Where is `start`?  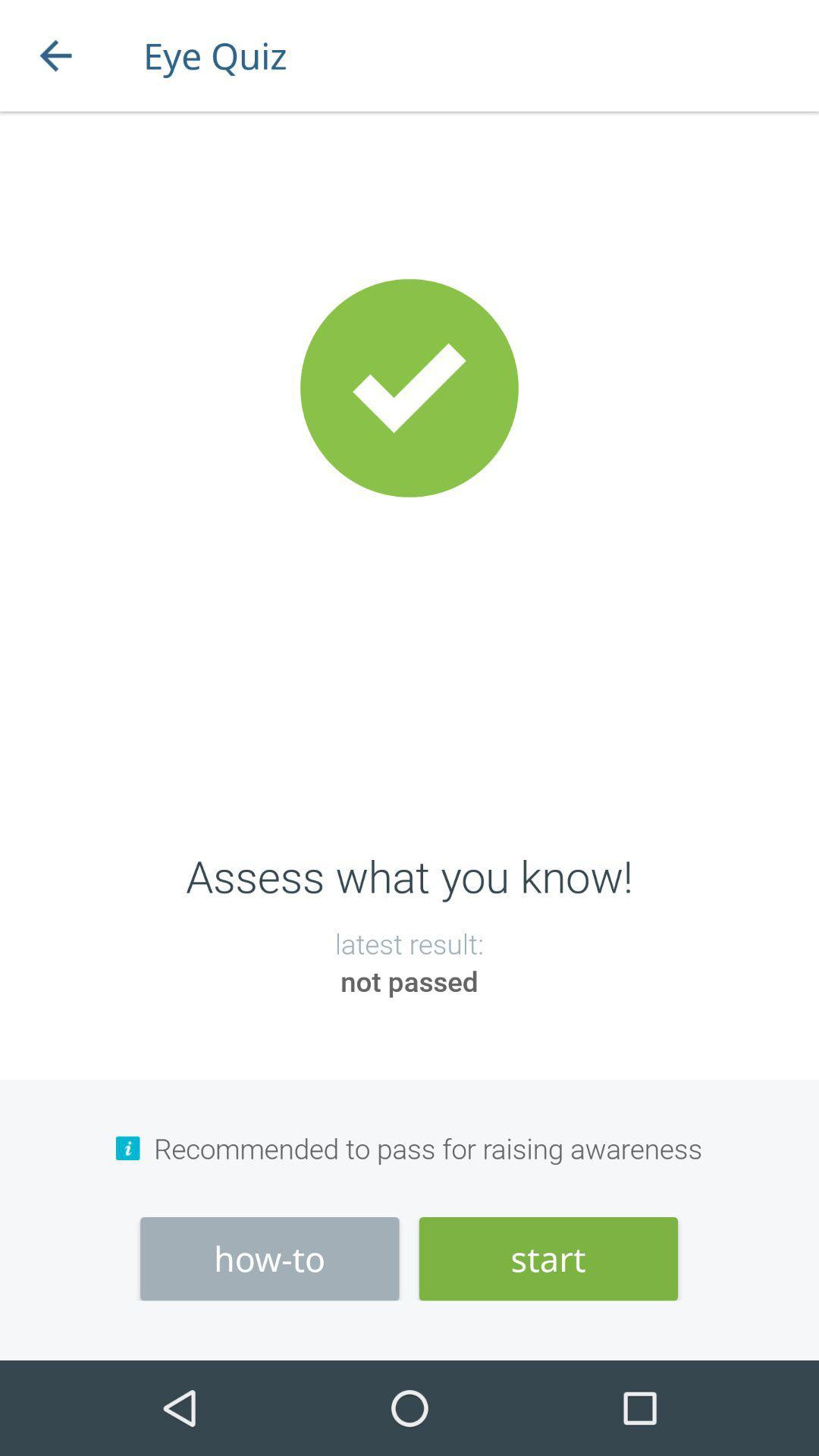 start is located at coordinates (548, 1259).